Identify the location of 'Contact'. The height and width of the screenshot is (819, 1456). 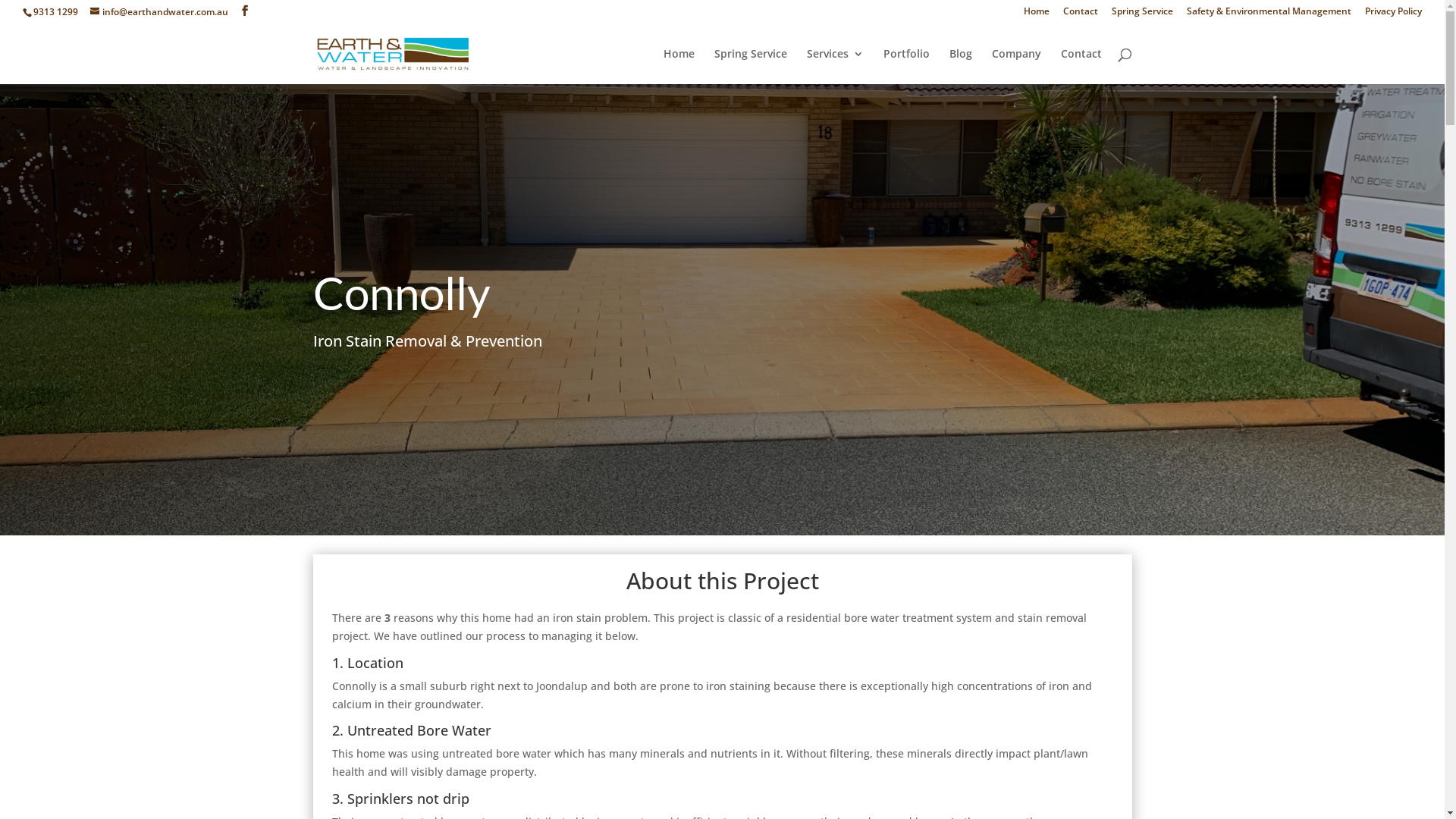
(1059, 65).